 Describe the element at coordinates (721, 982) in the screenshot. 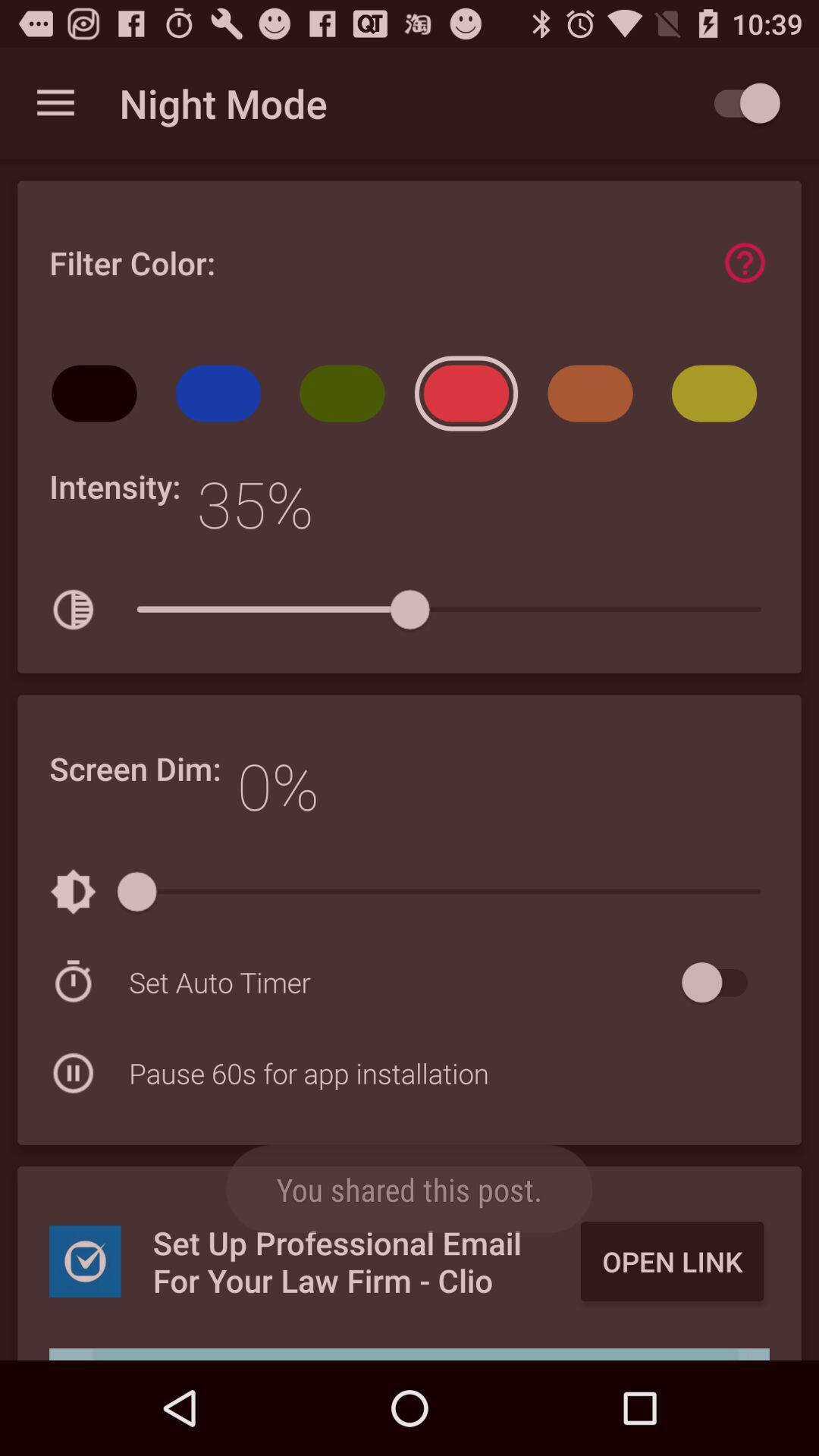

I see `set auto timer on/off` at that location.